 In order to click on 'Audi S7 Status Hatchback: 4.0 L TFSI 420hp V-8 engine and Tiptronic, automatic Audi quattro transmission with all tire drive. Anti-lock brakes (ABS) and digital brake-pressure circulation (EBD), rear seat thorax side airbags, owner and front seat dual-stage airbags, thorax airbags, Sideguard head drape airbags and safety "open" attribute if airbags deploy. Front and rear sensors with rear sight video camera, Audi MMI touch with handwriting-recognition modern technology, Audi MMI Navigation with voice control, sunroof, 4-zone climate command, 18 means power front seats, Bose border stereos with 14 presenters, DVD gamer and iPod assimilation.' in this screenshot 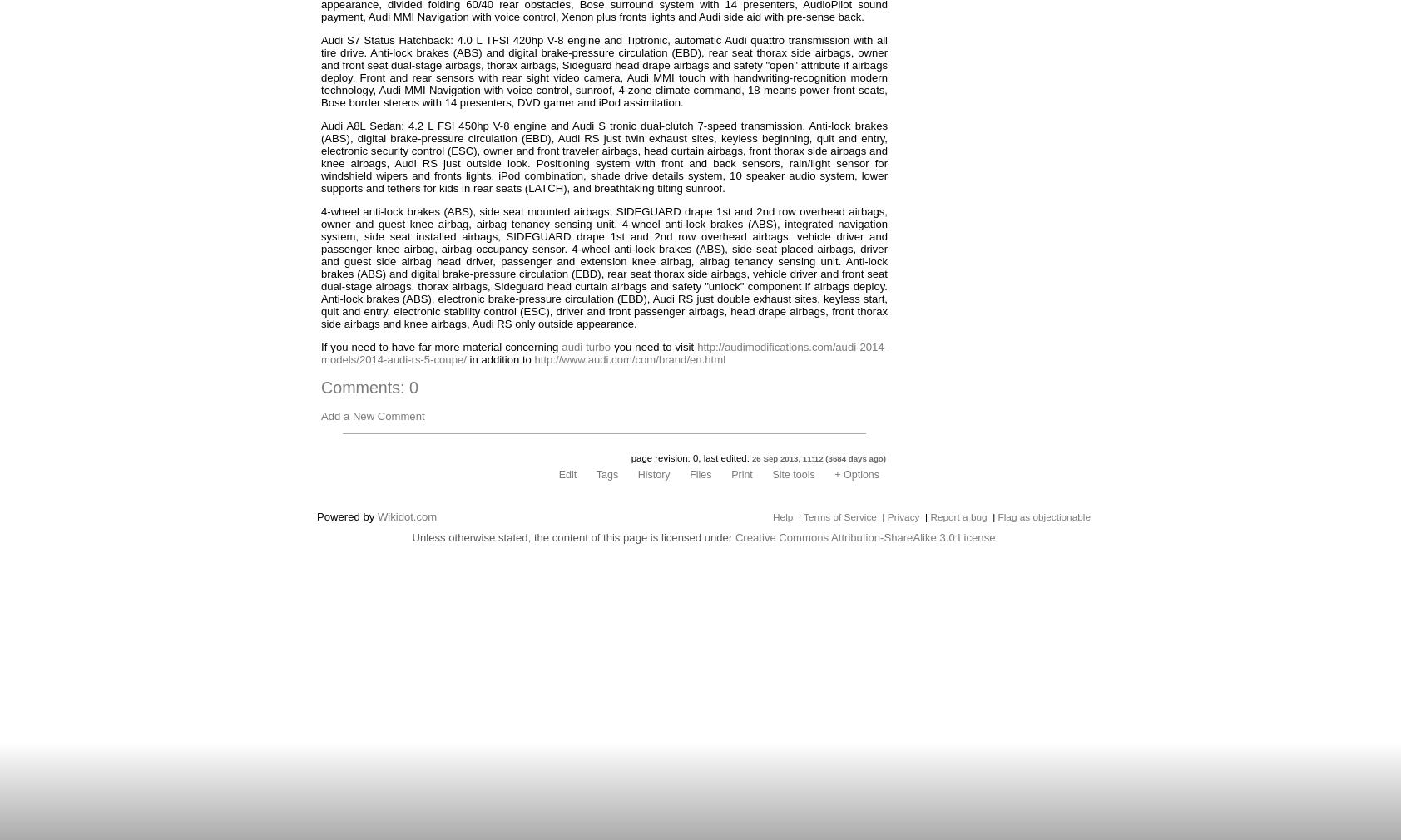, I will do `click(320, 70)`.